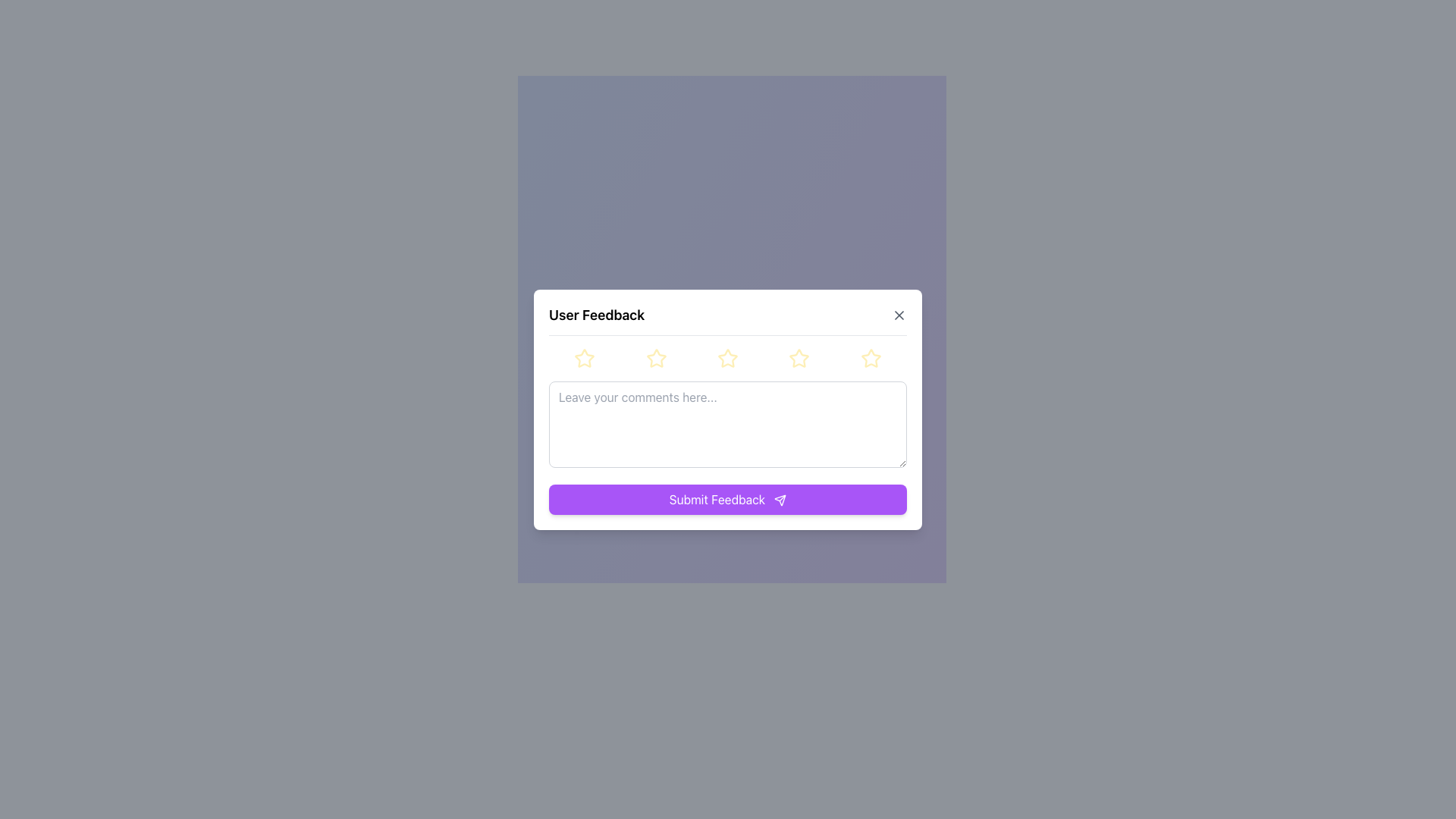 This screenshot has width=1456, height=819. Describe the element at coordinates (780, 500) in the screenshot. I see `the 'Submit Feedback' button containing the triangular icon` at that location.